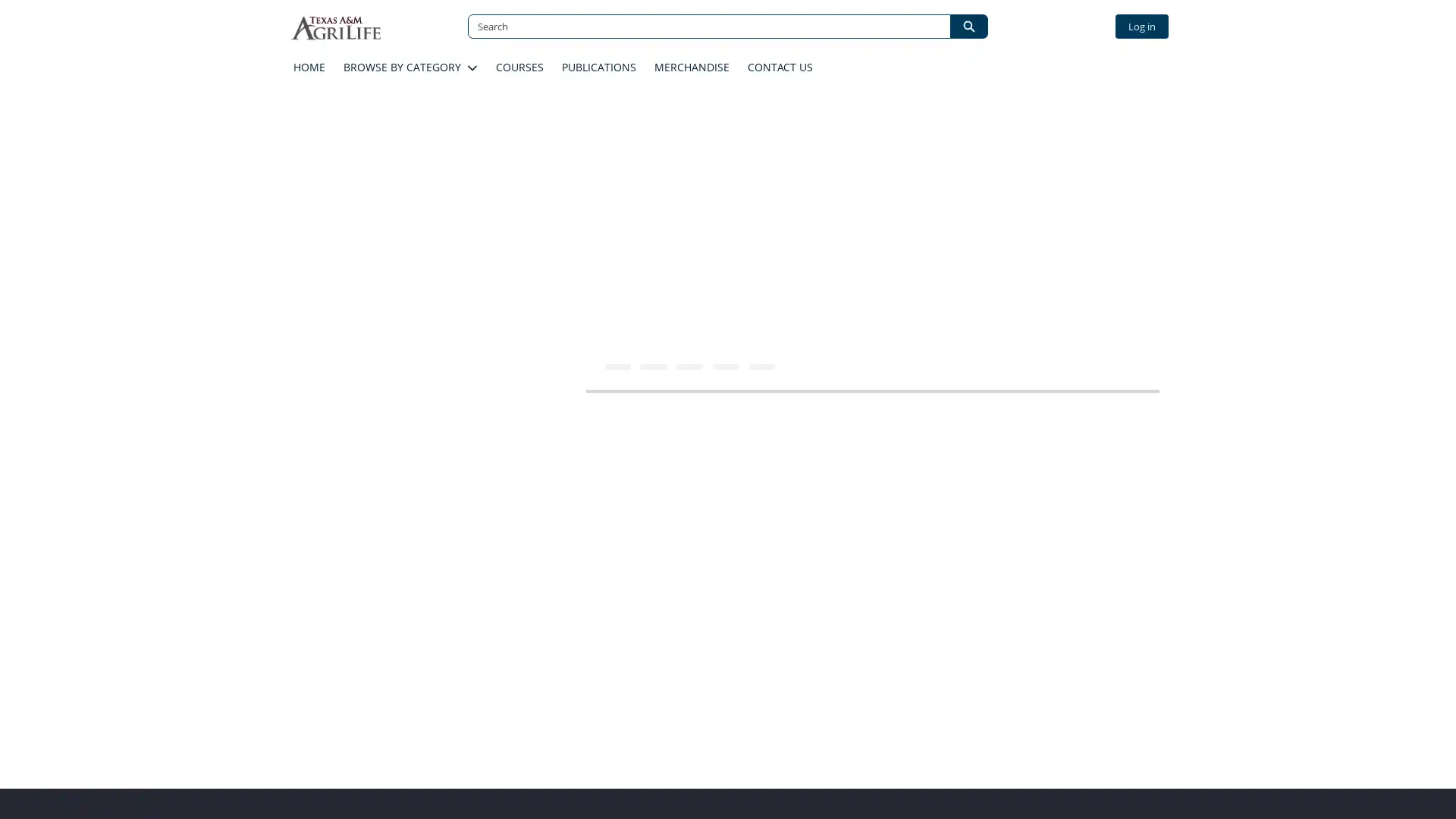 The image size is (1456, 819). What do you see at coordinates (447, 308) in the screenshot?
I see `Prescribed Burn School Detail Image 0. Click to expand image` at bounding box center [447, 308].